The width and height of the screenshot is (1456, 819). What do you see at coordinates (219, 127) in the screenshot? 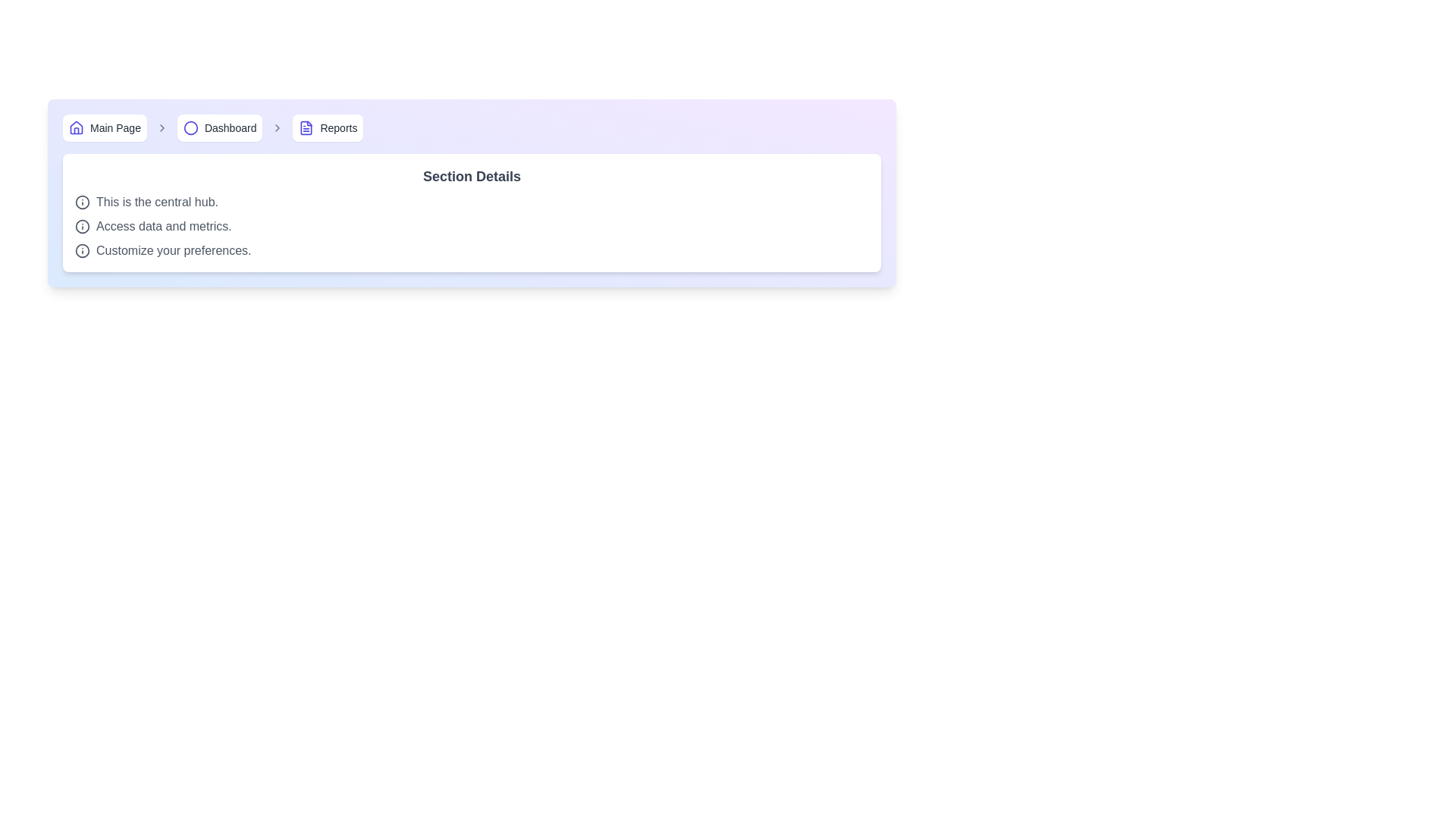
I see `the Dashboard navigation button located in the horizontal navigation bar` at bounding box center [219, 127].